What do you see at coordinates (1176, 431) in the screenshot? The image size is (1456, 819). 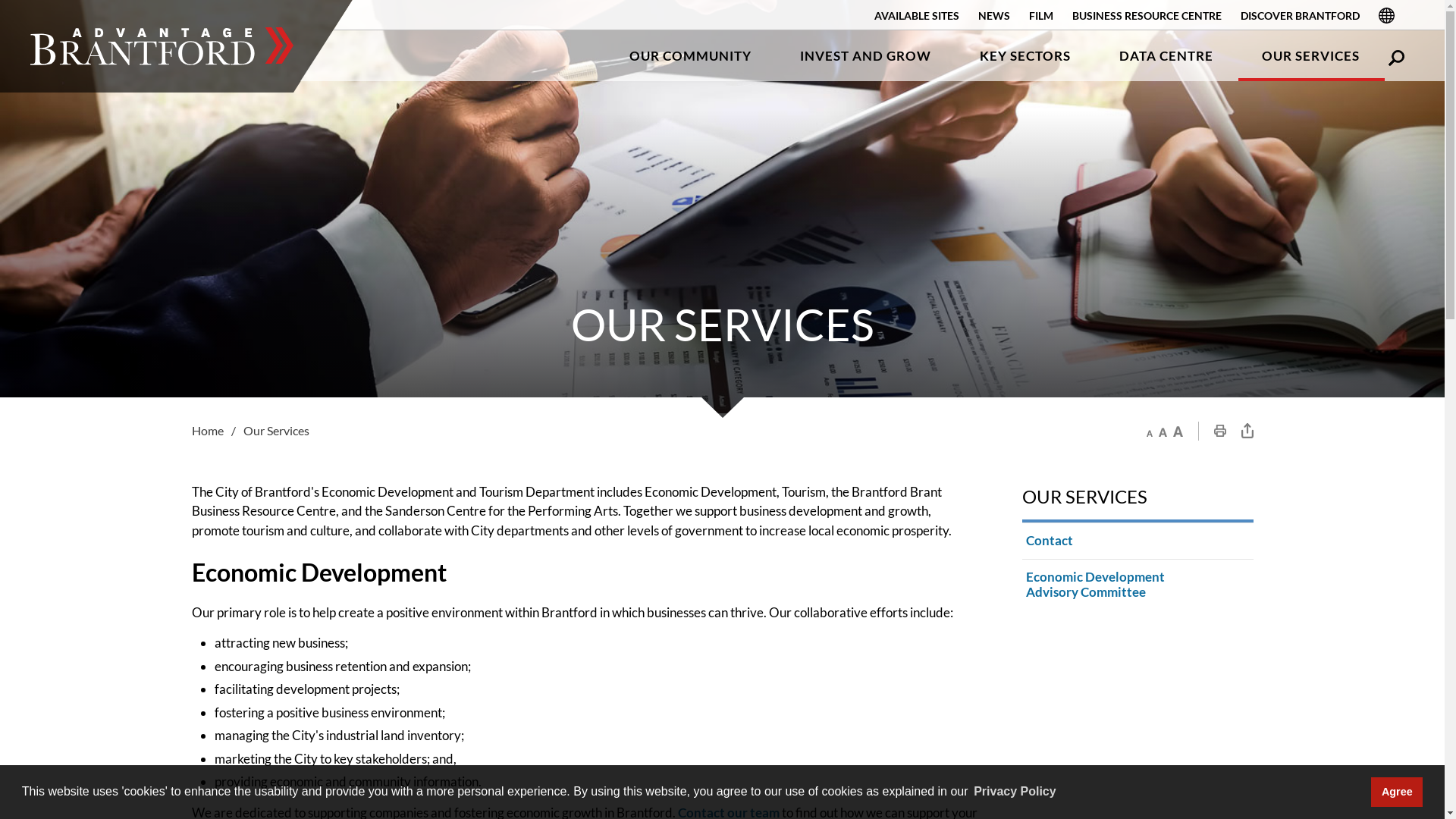 I see `'Increase text size'` at bounding box center [1176, 431].